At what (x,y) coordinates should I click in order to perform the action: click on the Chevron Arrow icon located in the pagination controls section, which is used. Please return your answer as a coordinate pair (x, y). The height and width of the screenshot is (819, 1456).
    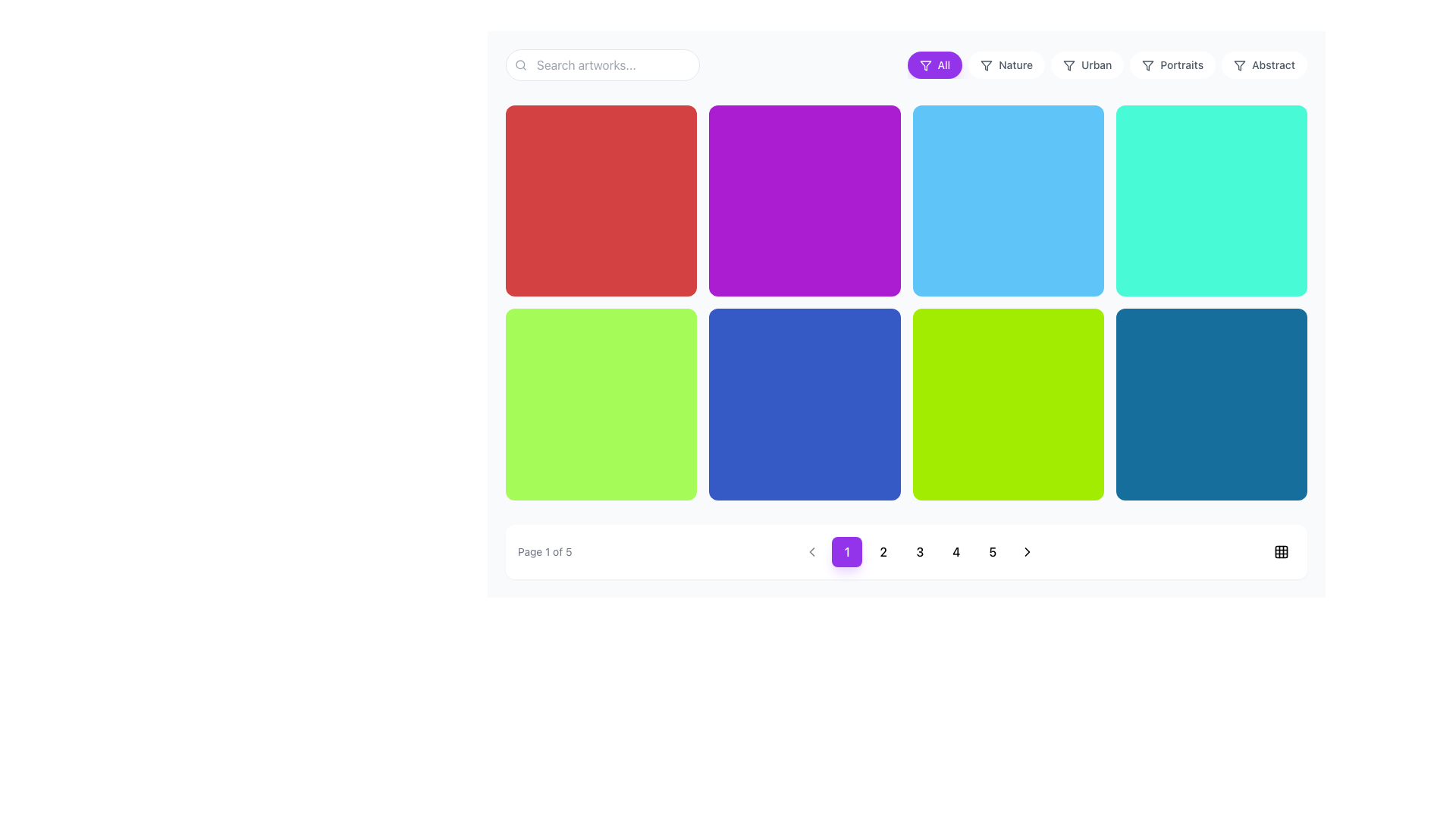
    Looking at the image, I should click on (811, 551).